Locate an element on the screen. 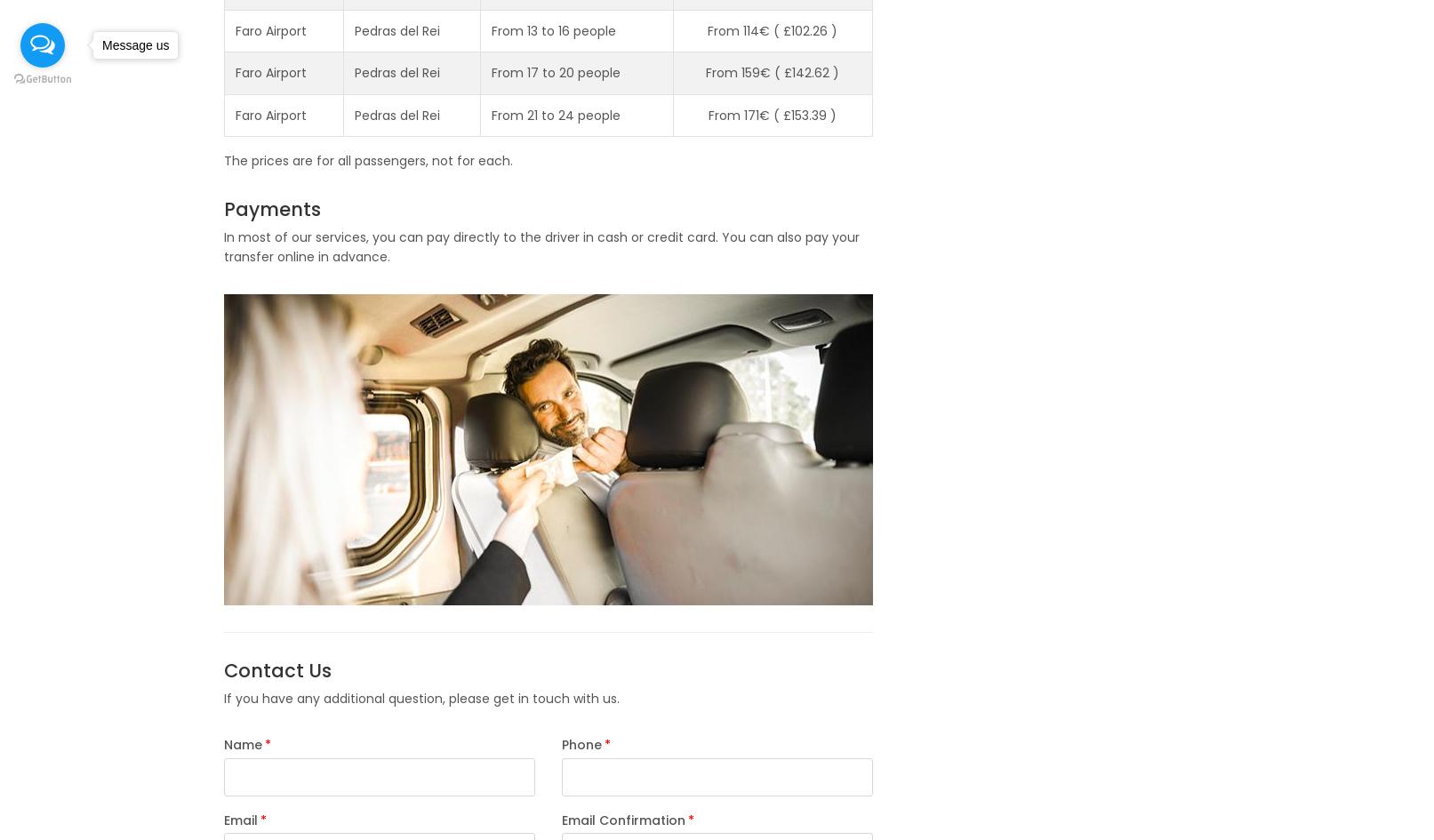 Image resolution: width=1434 pixels, height=840 pixels. 'The prices are for all passengers, not for each.' is located at coordinates (221, 160).